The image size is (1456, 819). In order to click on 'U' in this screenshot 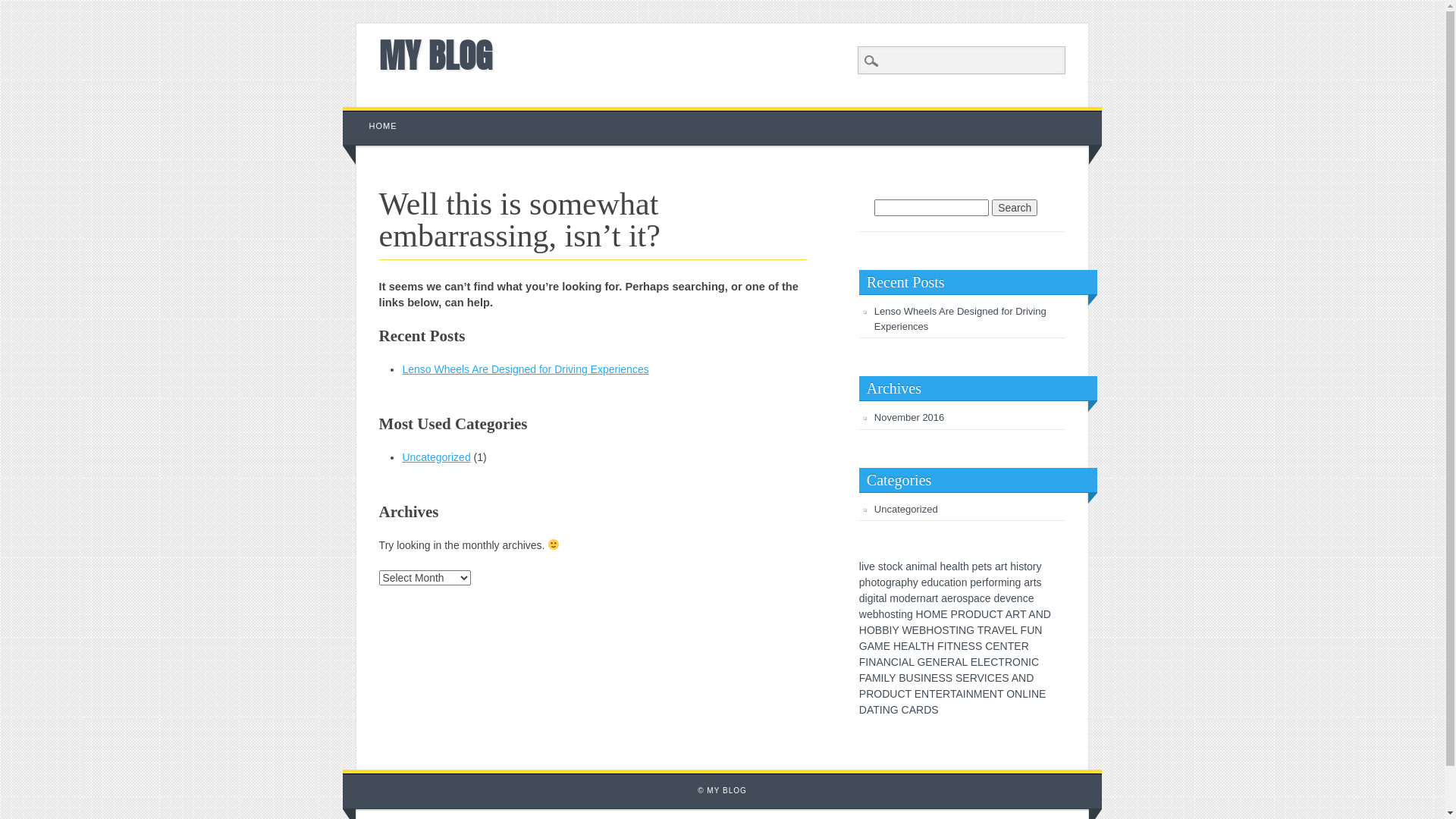, I will do `click(985, 614)`.